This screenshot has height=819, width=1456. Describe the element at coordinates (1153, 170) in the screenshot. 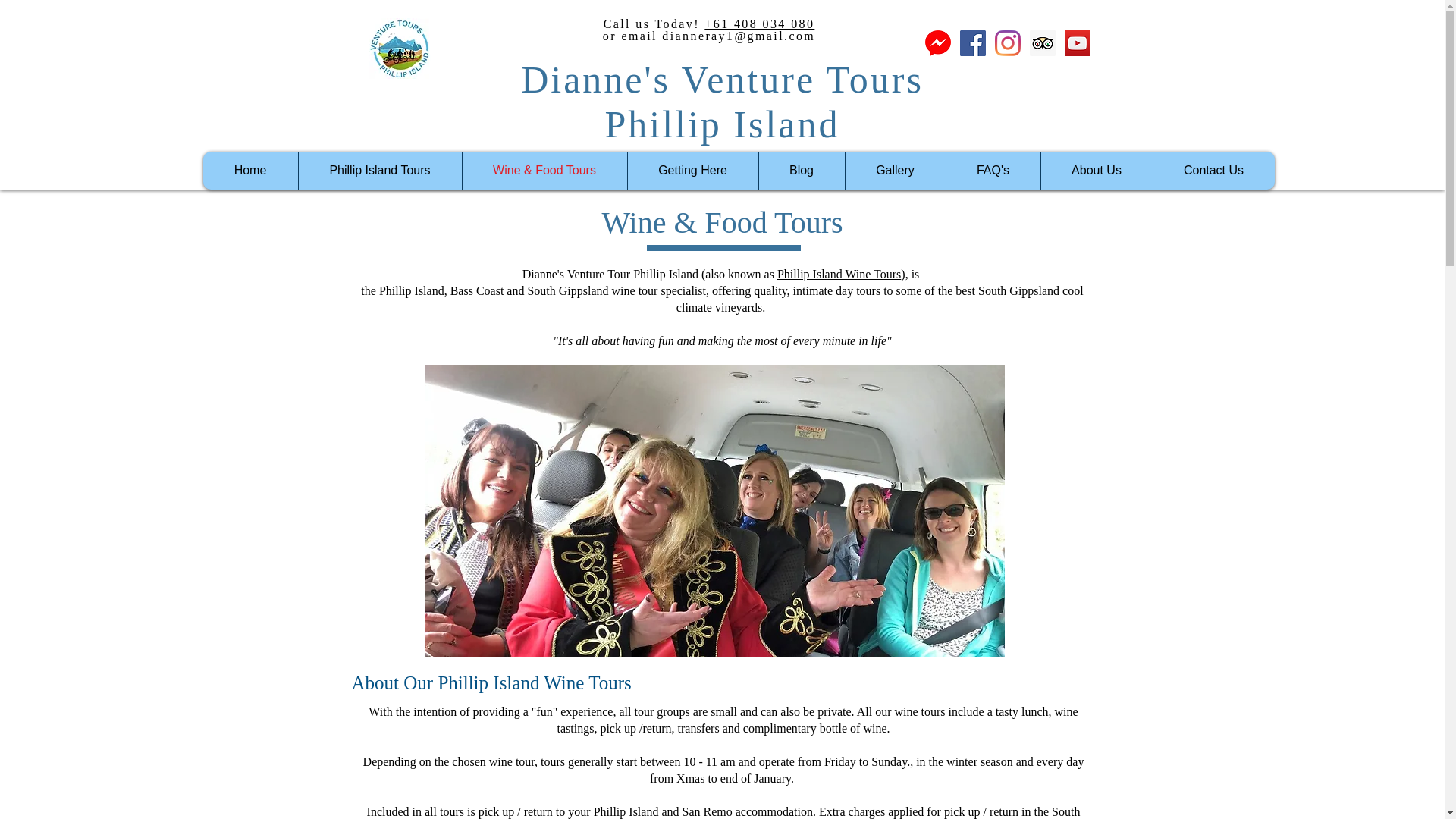

I see `'Contact Us'` at that location.